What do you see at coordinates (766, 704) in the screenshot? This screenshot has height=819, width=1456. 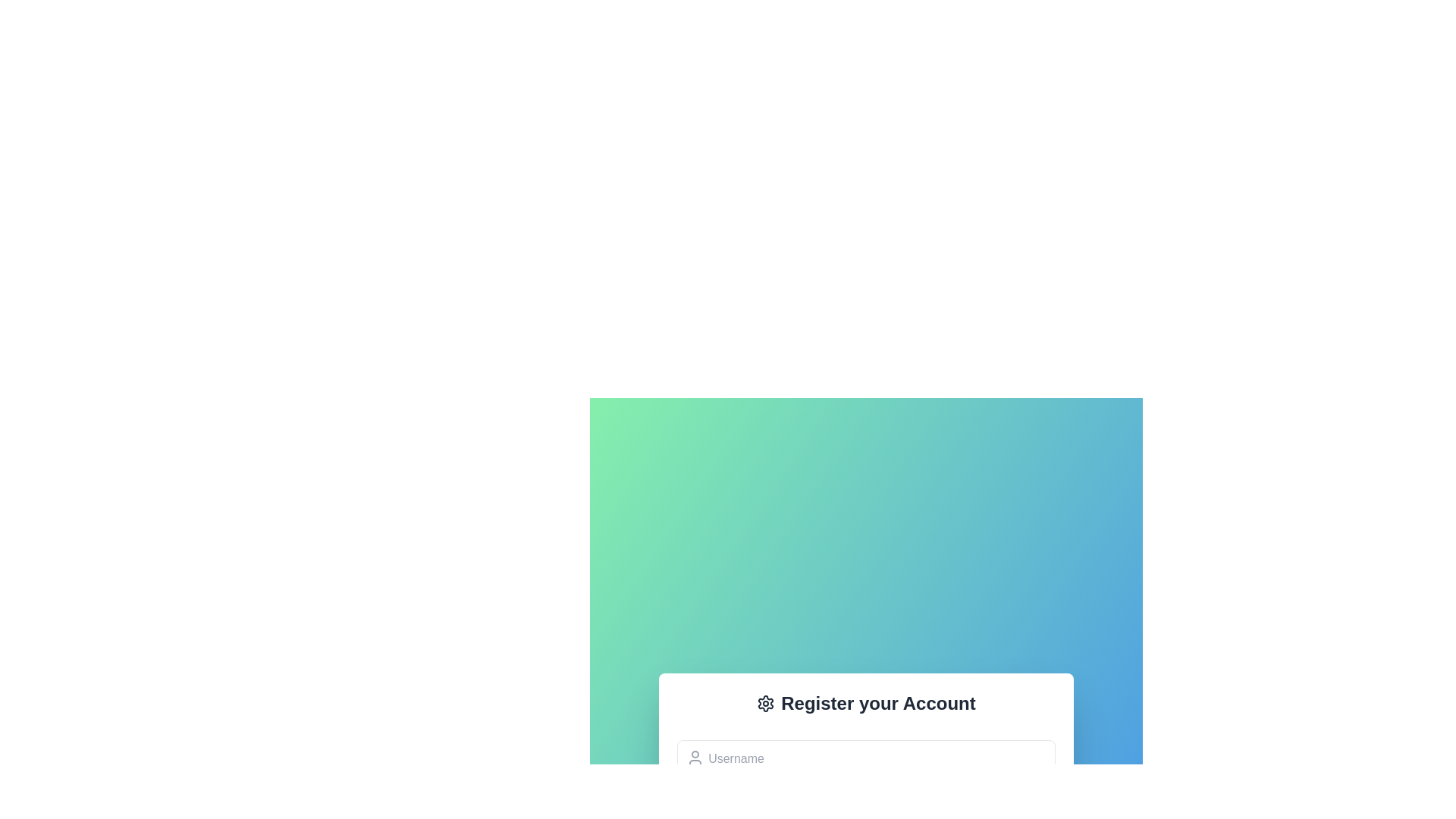 I see `the gear icon, which is a minimalist design element located at the top-left of the dialog box containing the 'Register your Account' header` at bounding box center [766, 704].